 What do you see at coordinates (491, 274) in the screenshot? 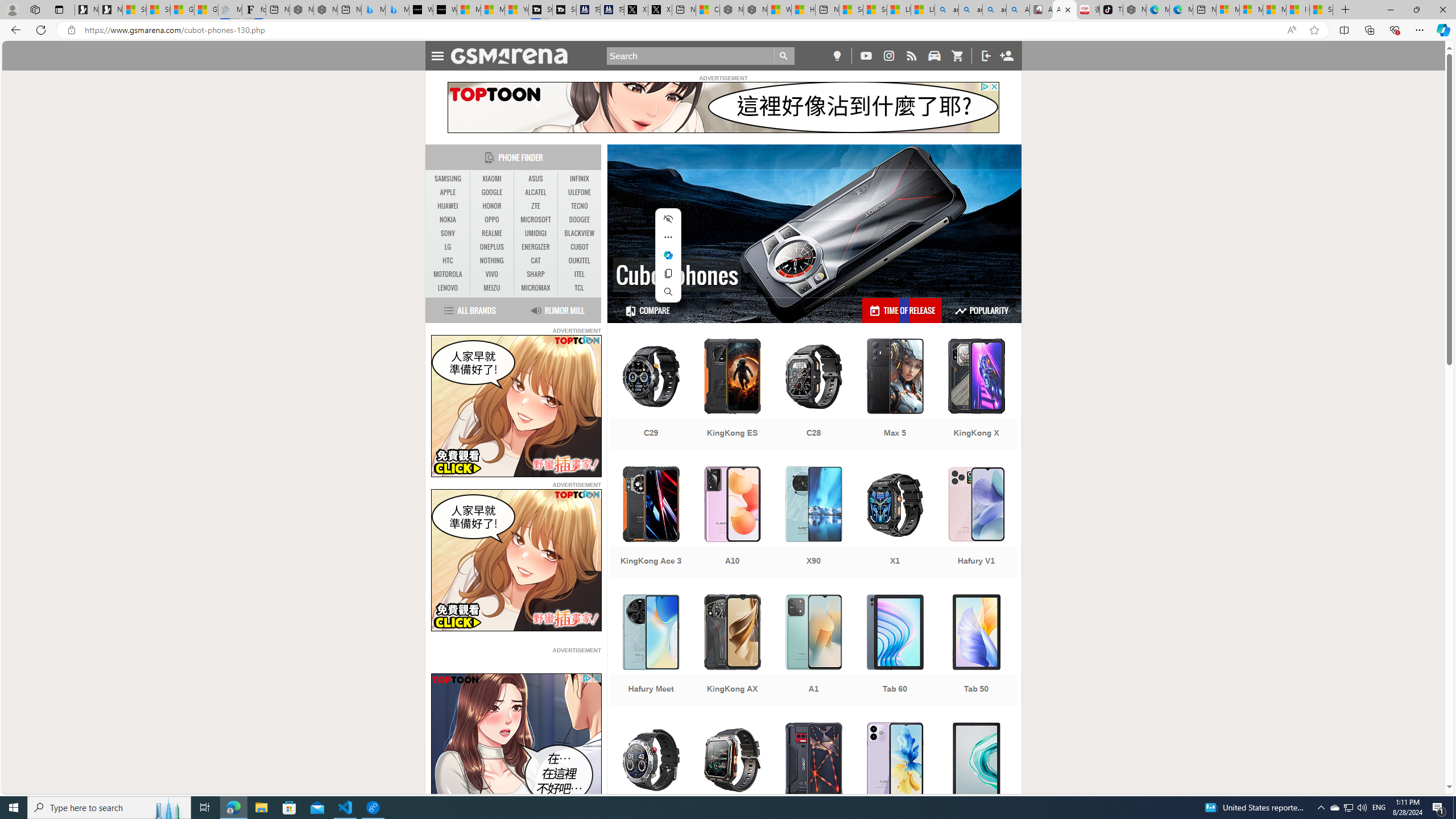
I see `'VIVO'` at bounding box center [491, 274].